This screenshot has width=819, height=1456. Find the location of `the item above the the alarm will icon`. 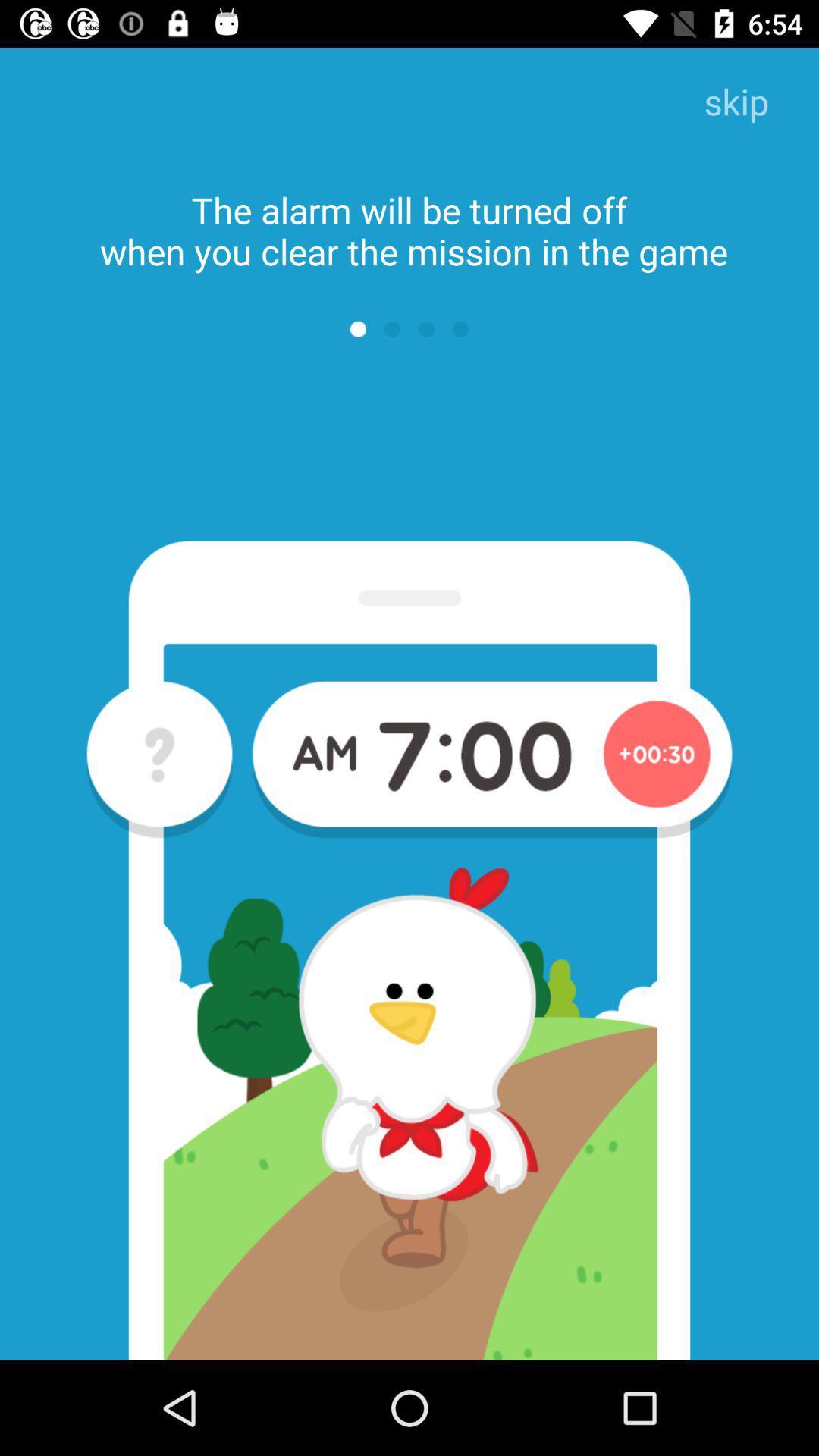

the item above the the alarm will icon is located at coordinates (736, 102).